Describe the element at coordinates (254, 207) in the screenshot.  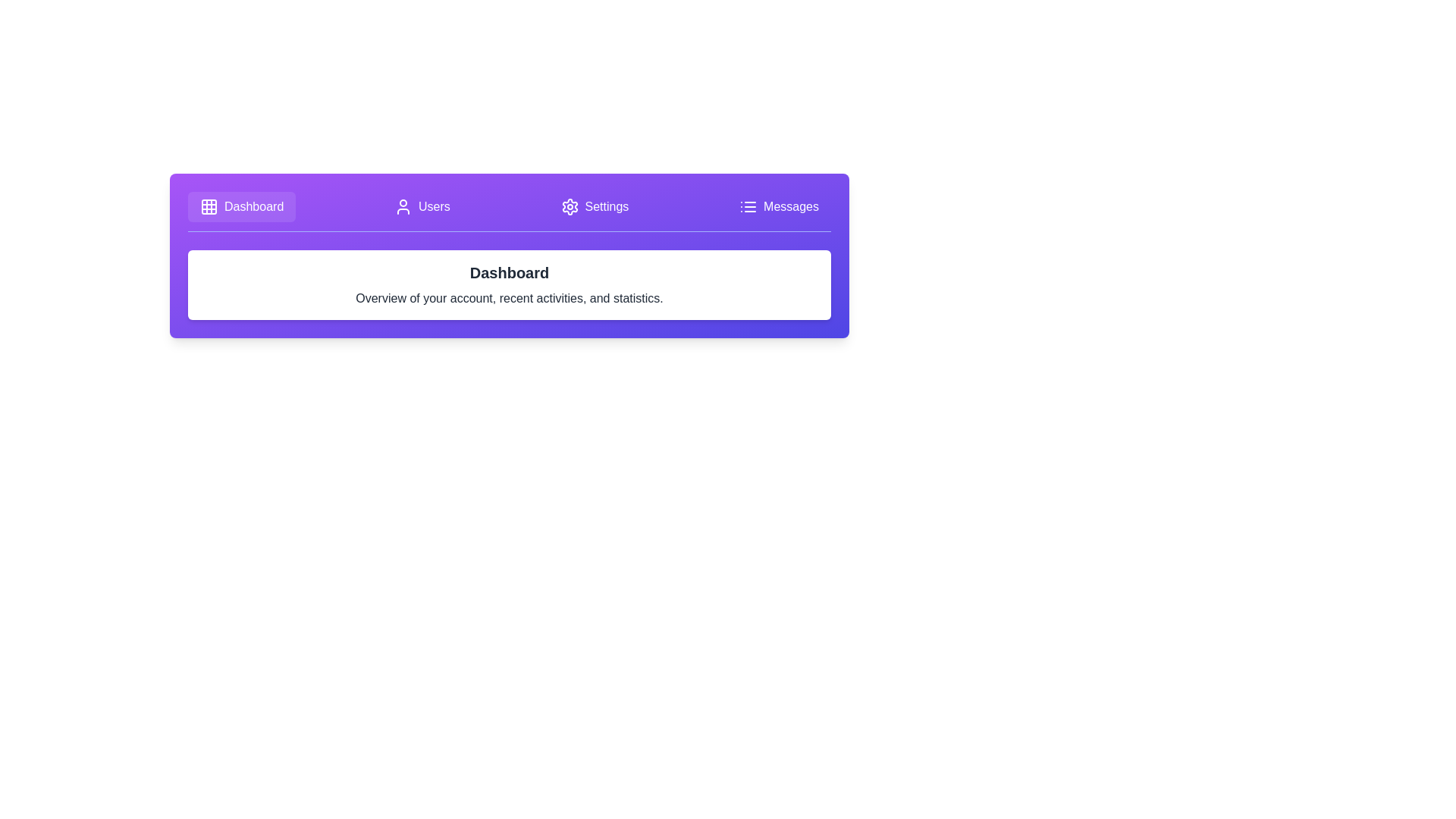
I see `the 'Dashboard' text label located in the top-left menu section, which is associated with navigating to the dashboard` at that location.